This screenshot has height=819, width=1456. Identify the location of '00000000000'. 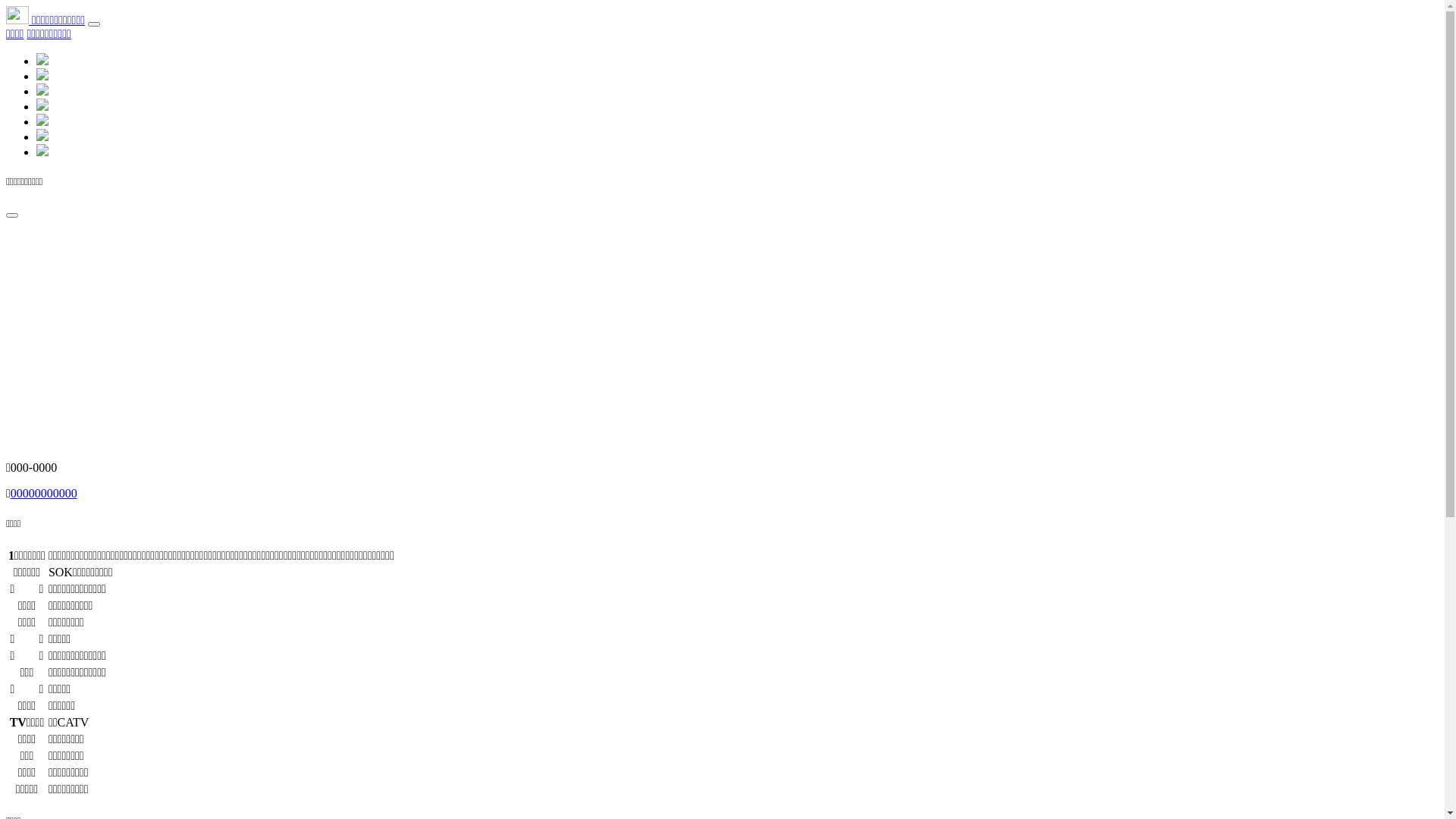
(11, 493).